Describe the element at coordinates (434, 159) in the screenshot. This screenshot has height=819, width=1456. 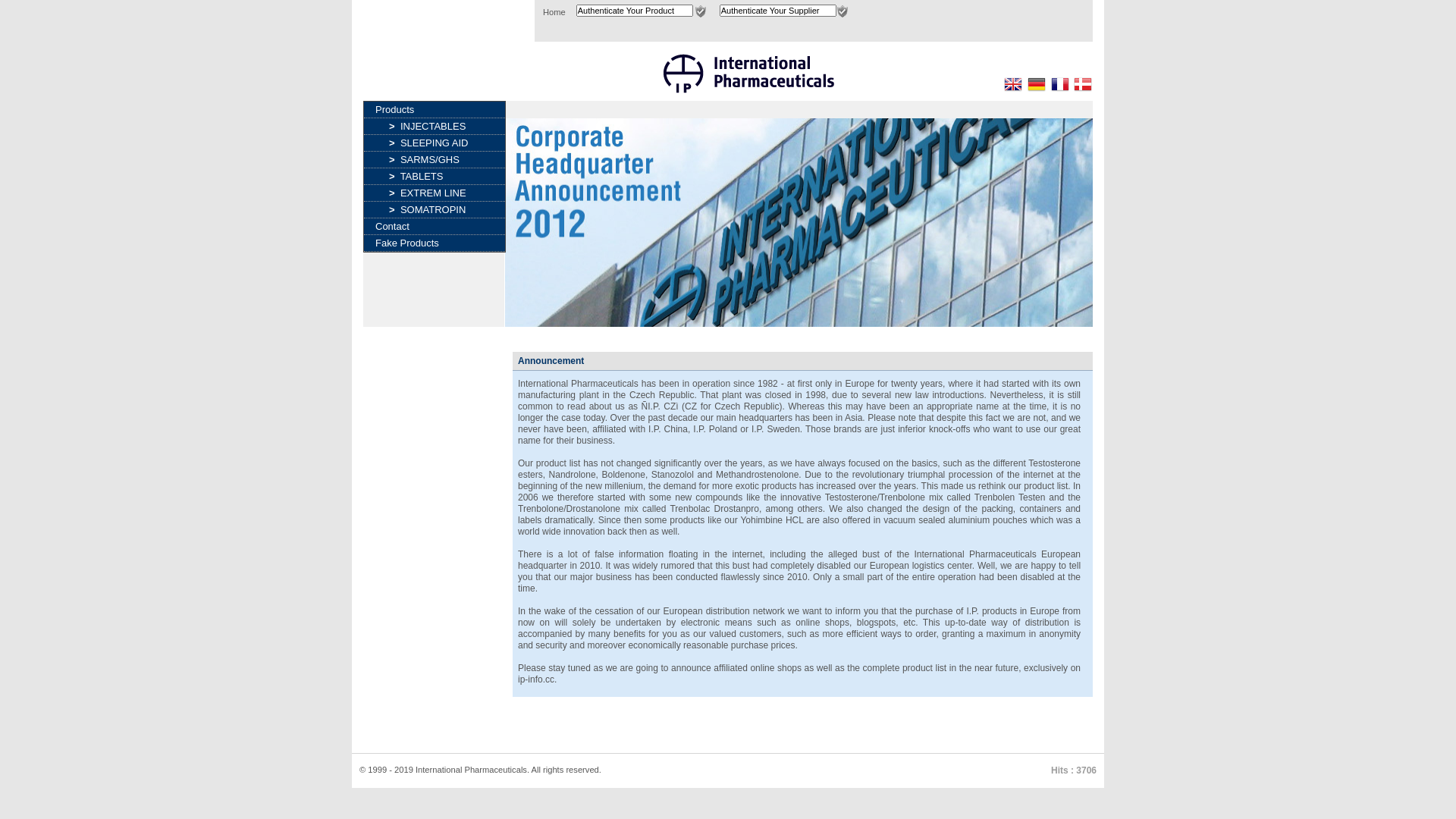
I see `'     >  SARMS/GHS'` at that location.